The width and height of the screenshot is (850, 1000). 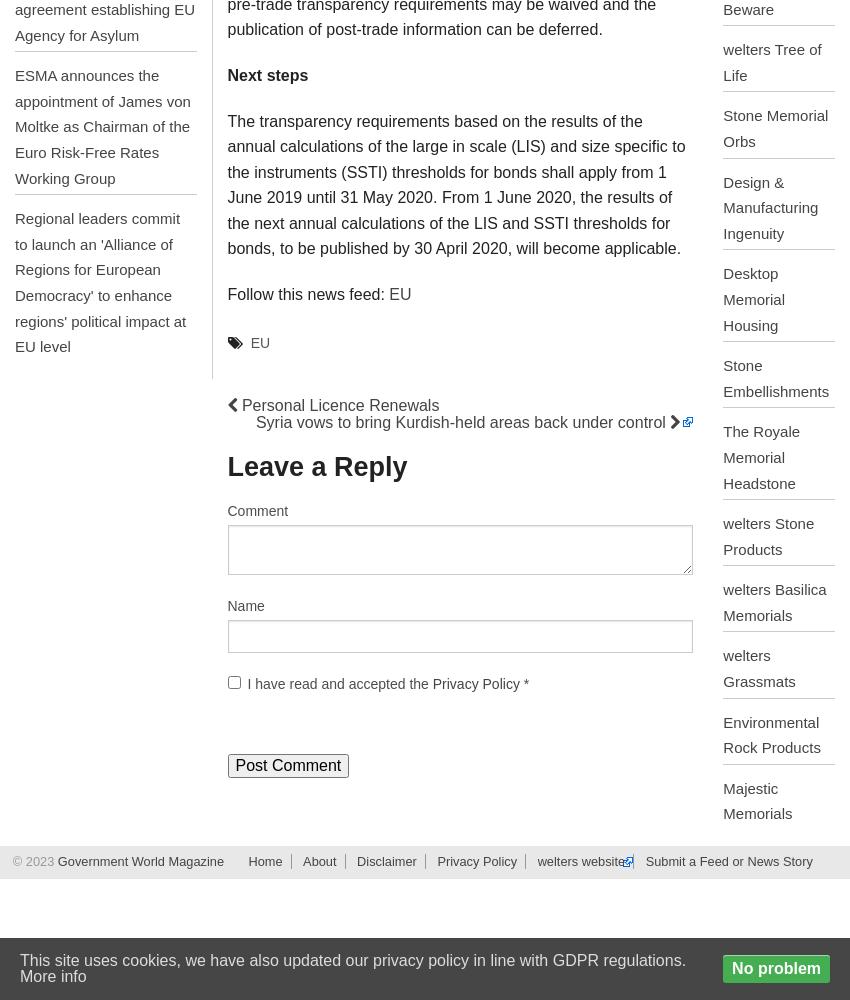 What do you see at coordinates (352, 959) in the screenshot?
I see `'This site uses cookies, we have also updated our privacy policy in line with GDPR regulations.'` at bounding box center [352, 959].